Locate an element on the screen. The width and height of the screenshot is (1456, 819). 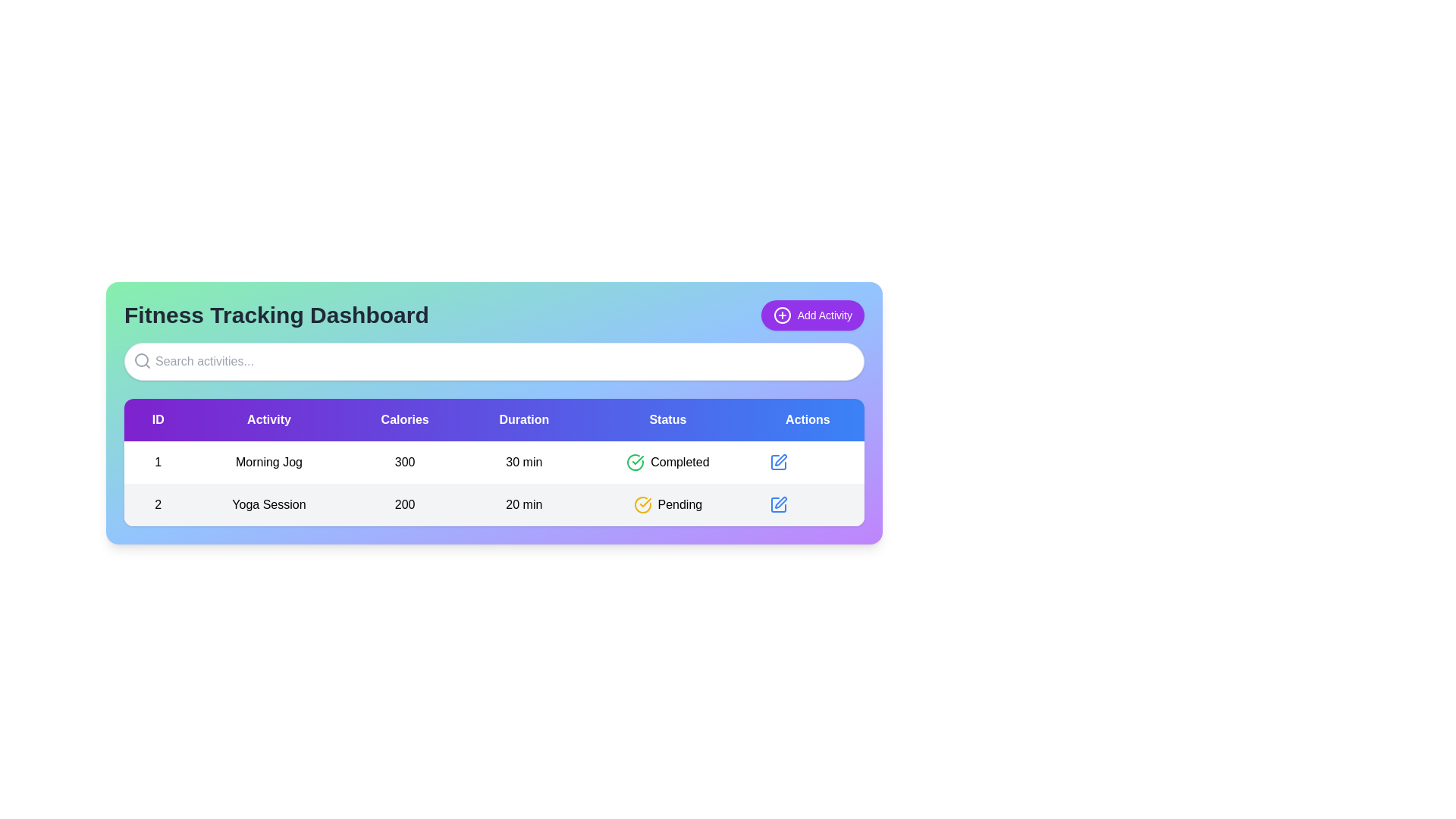
the 'Duration' text label, which is displayed in white font on a purple background and is the fourth item in the header row of a table is located at coordinates (524, 420).